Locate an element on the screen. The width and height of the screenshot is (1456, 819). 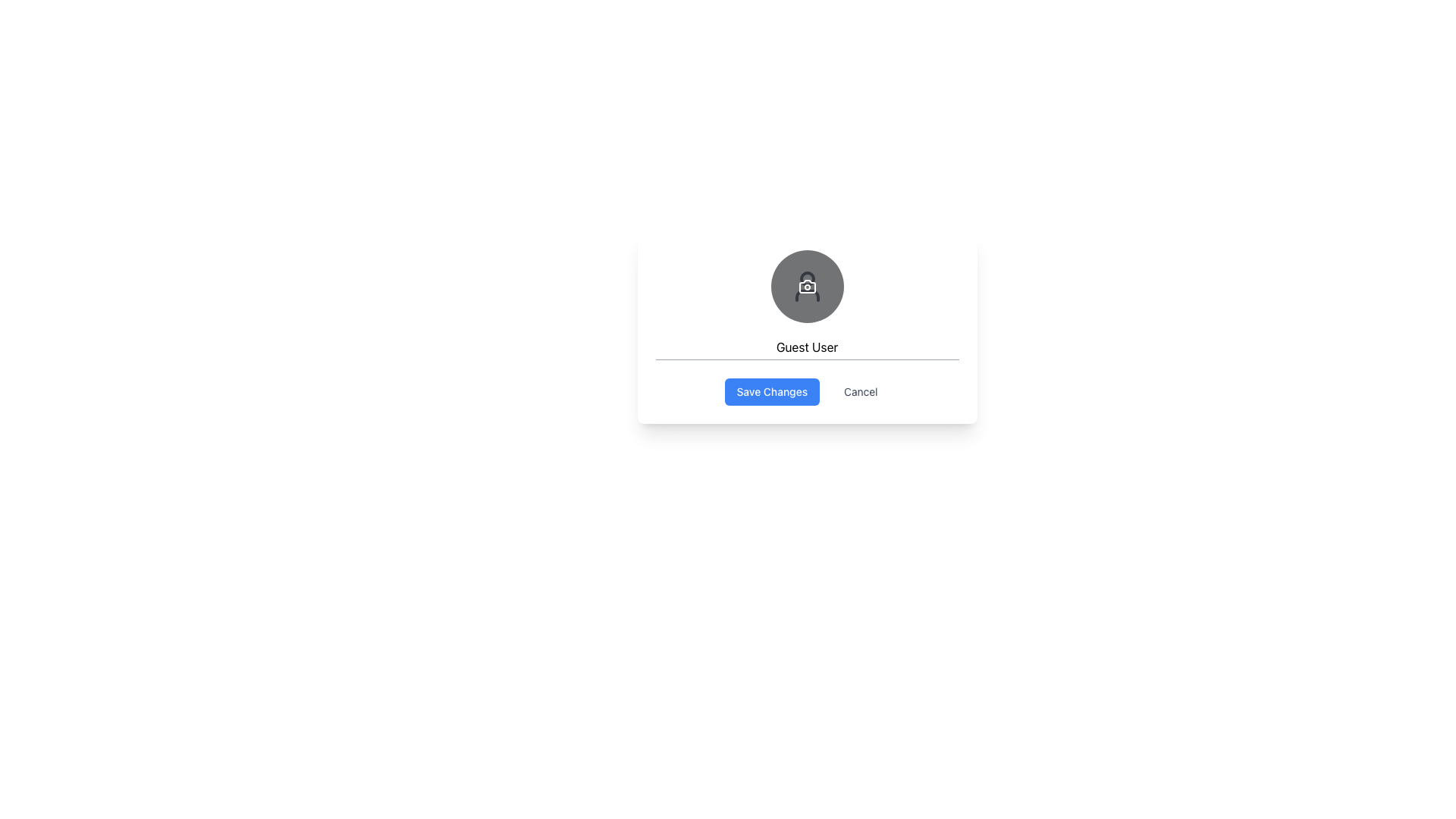
the SVG circle element that represents the user's head in the profile avatar, centrally positioned within the gray circular profile area is located at coordinates (806, 278).